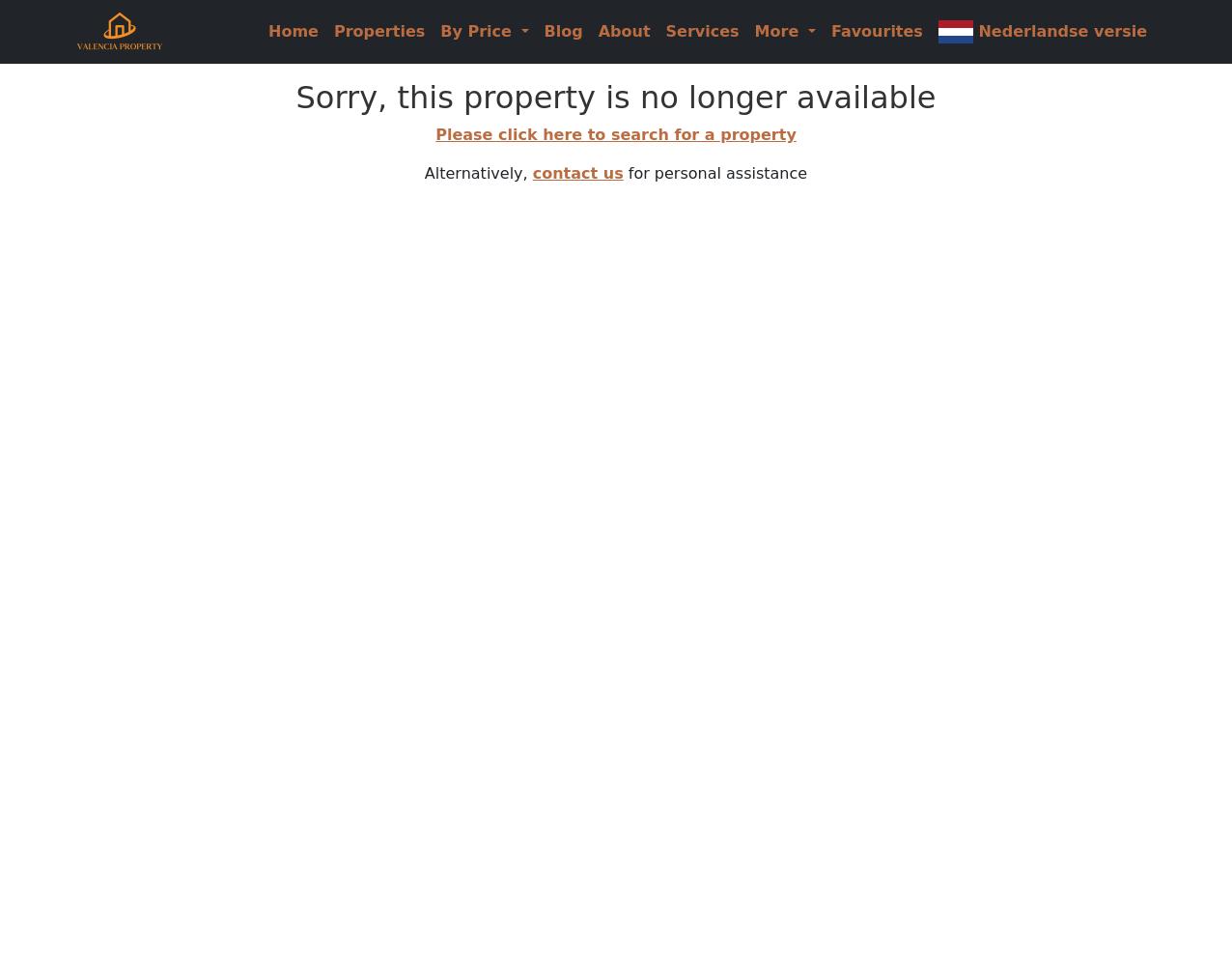  Describe the element at coordinates (476, 173) in the screenshot. I see `'Alternatively,'` at that location.